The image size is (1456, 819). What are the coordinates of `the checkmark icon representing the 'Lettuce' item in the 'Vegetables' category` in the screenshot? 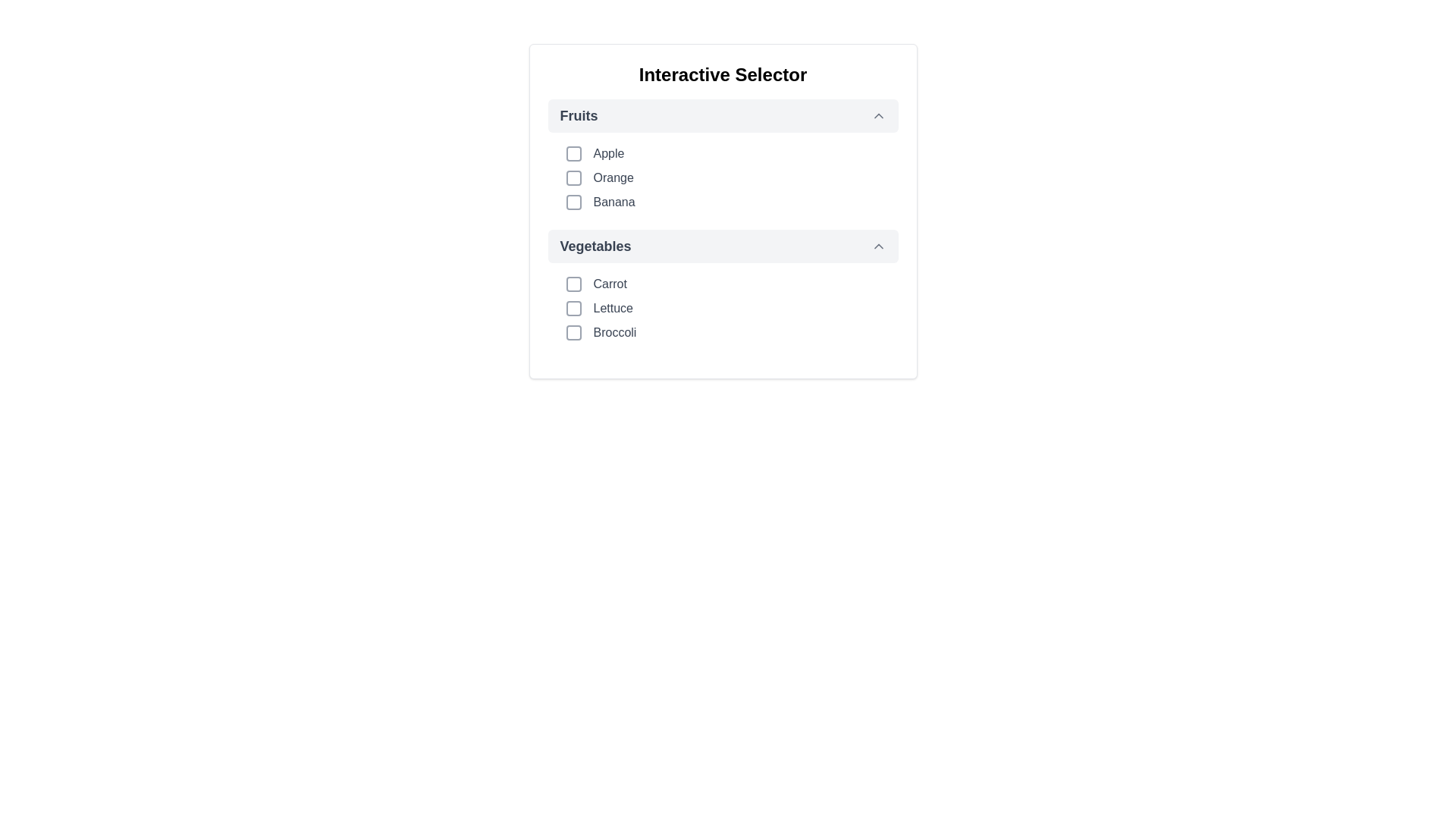 It's located at (573, 308).